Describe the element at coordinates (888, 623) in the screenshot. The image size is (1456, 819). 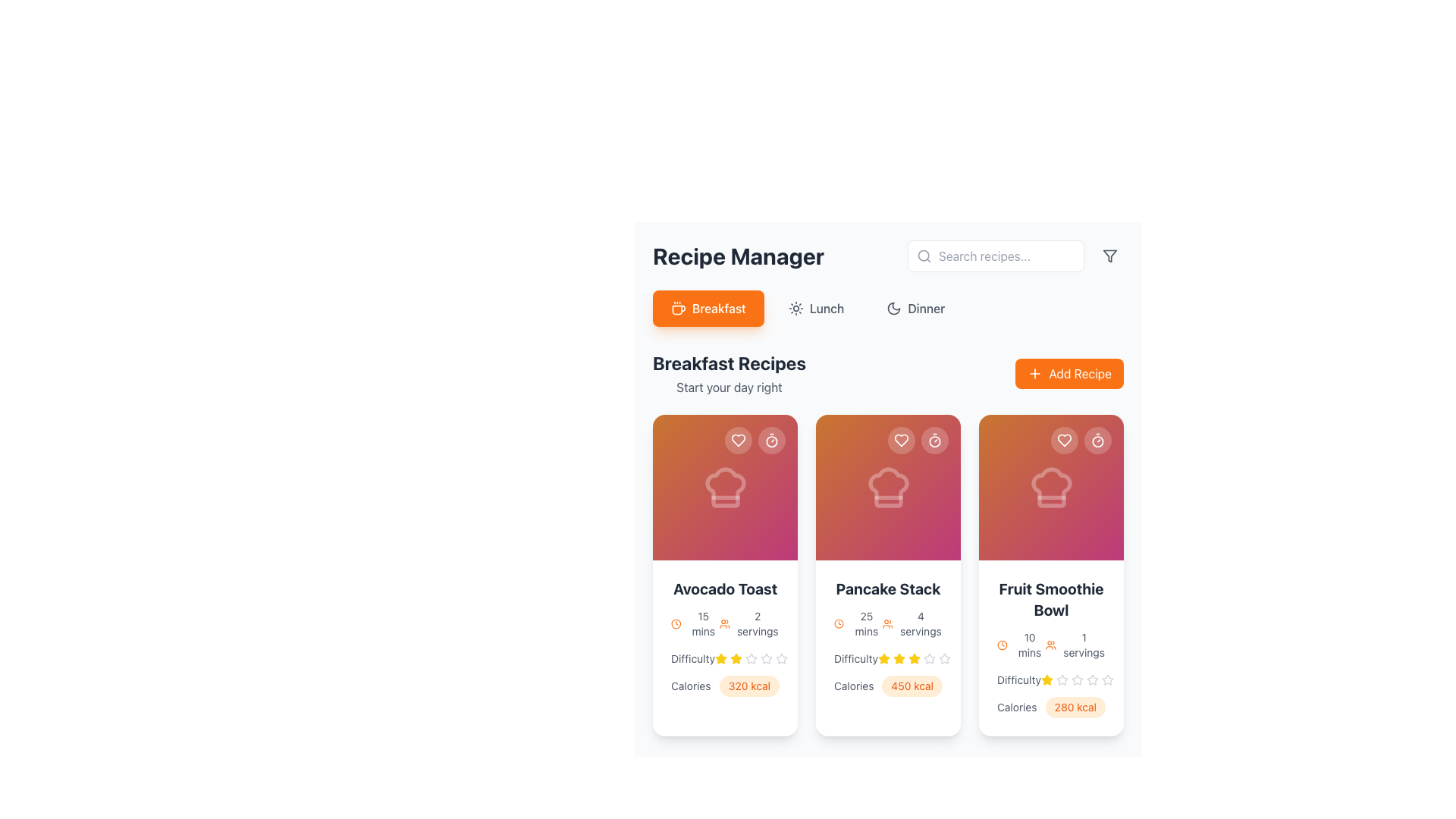
I see `the orange icon representing a group of people, which is positioned next to the text '4 servings'` at that location.